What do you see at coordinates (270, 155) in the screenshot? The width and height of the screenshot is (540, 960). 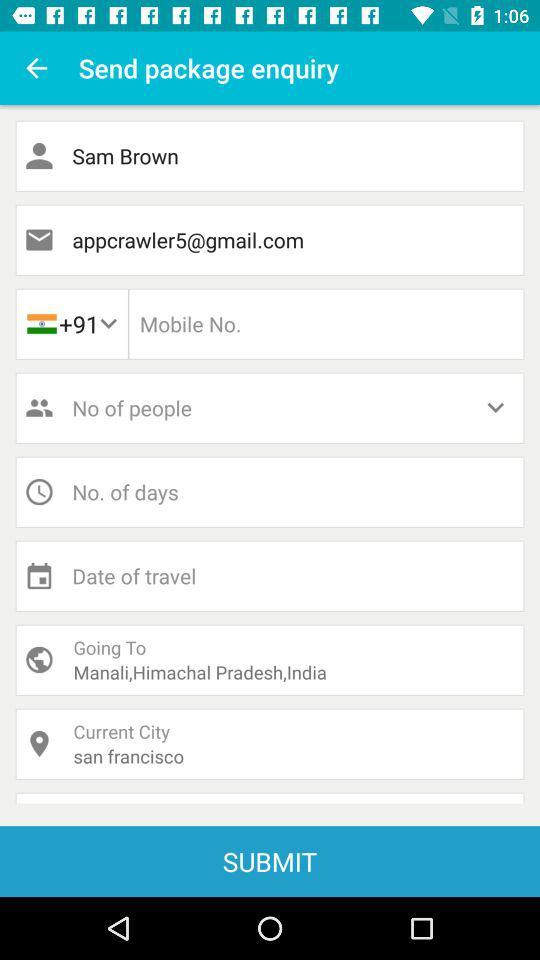 I see `the icon above the appcrawler5@gmail.com item` at bounding box center [270, 155].